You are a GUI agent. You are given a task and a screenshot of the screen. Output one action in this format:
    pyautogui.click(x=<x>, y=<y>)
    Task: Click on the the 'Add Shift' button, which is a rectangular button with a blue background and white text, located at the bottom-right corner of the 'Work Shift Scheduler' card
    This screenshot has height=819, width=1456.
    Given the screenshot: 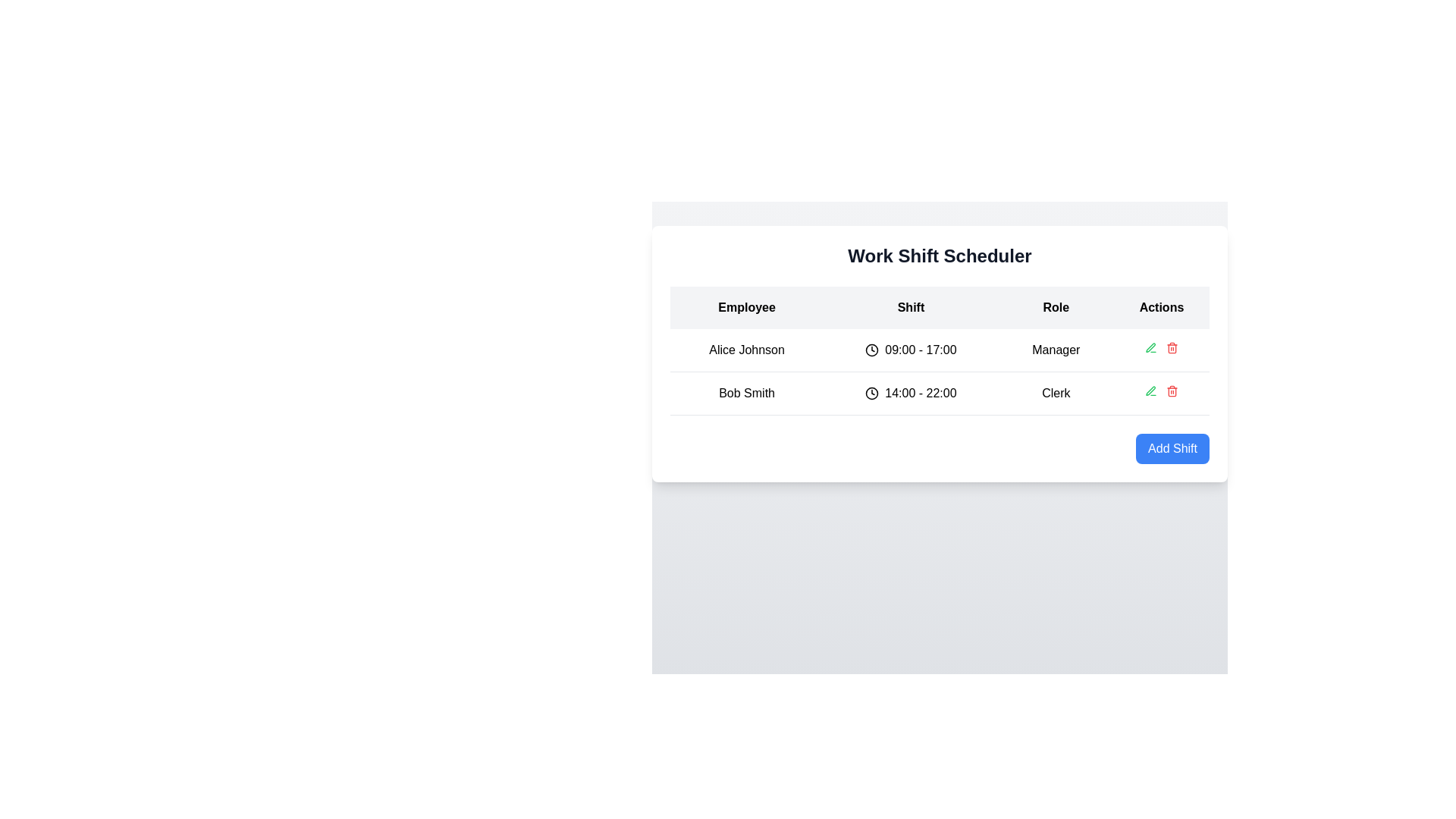 What is the action you would take?
    pyautogui.click(x=1172, y=447)
    